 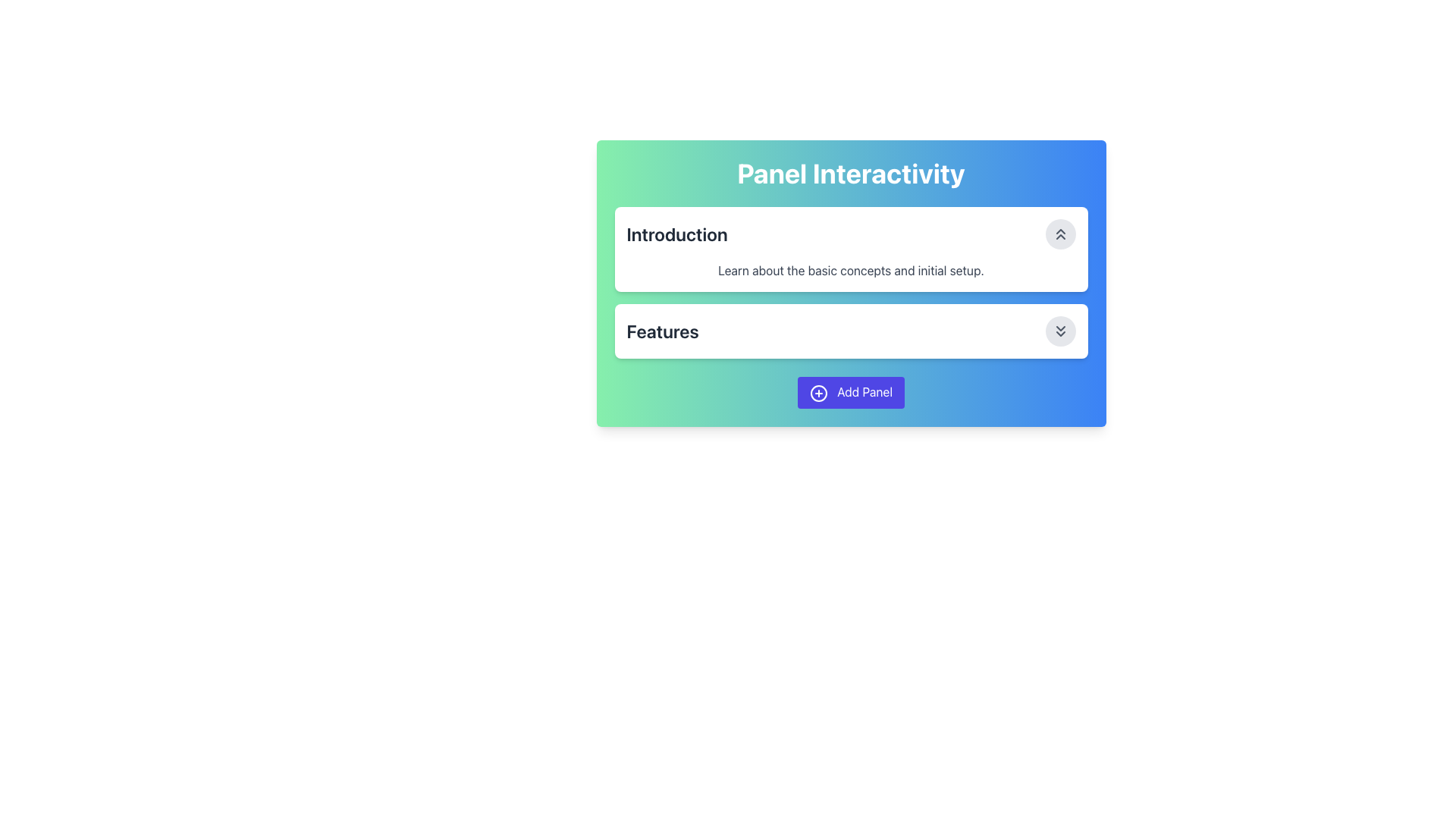 What do you see at coordinates (1059, 330) in the screenshot?
I see `the circular button containing the SVG icon that expands or collapses the feature section, located at the far right of the section's header` at bounding box center [1059, 330].